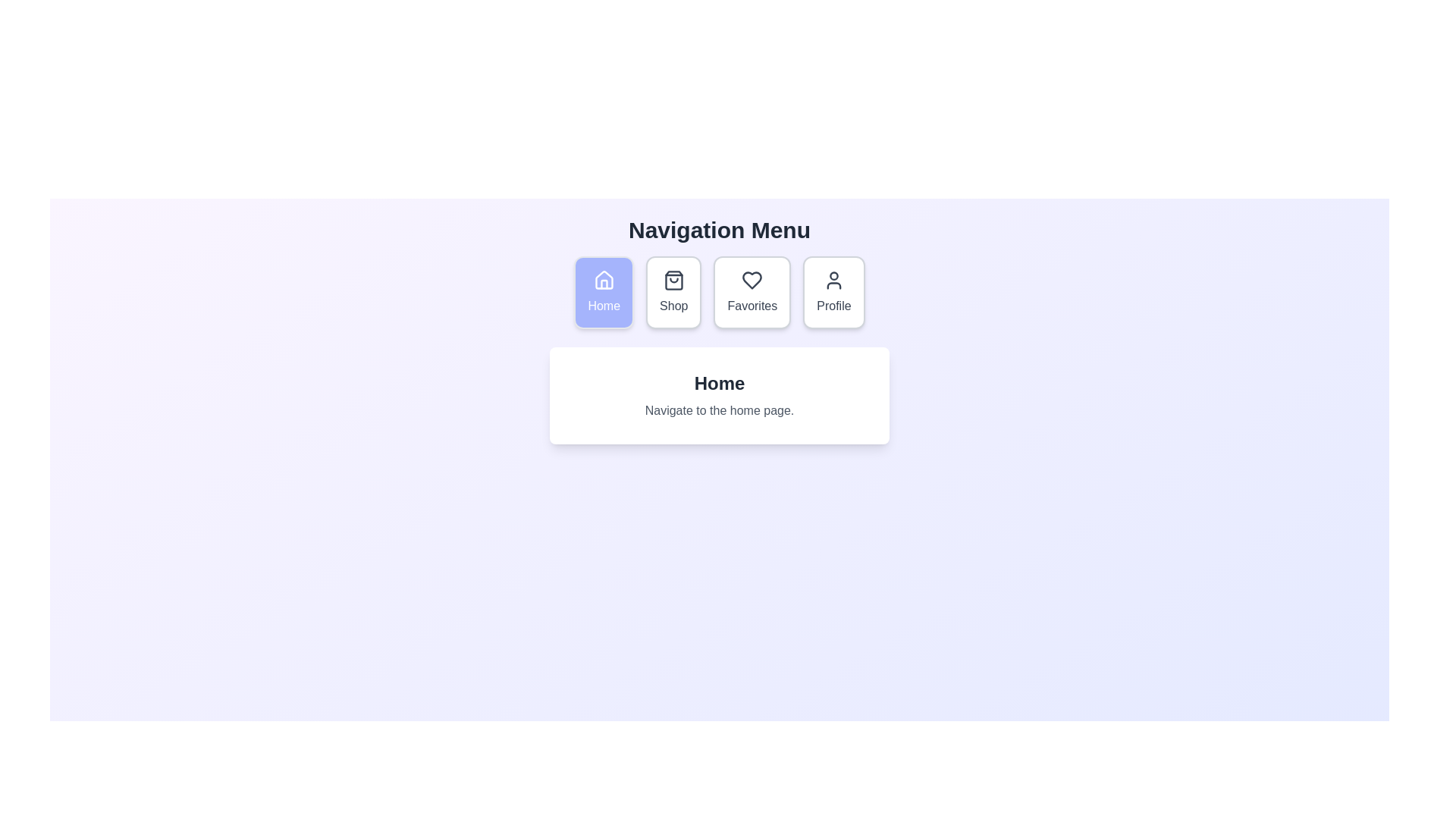  I want to click on the 'Profile' button, which is a rectangular icon with rounded edges featuring a user icon and labeled 'Profile' below it, so click(833, 292).